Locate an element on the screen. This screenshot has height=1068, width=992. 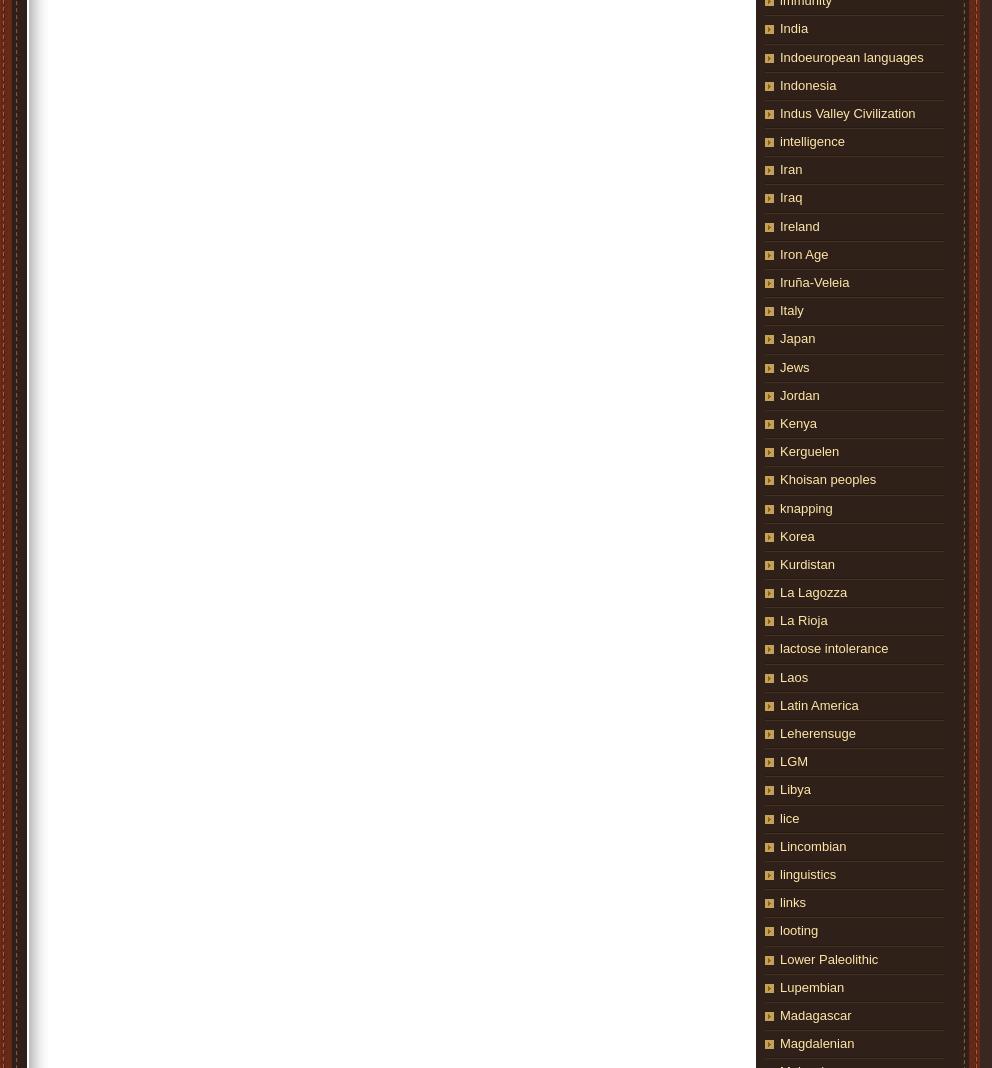
'links' is located at coordinates (779, 901).